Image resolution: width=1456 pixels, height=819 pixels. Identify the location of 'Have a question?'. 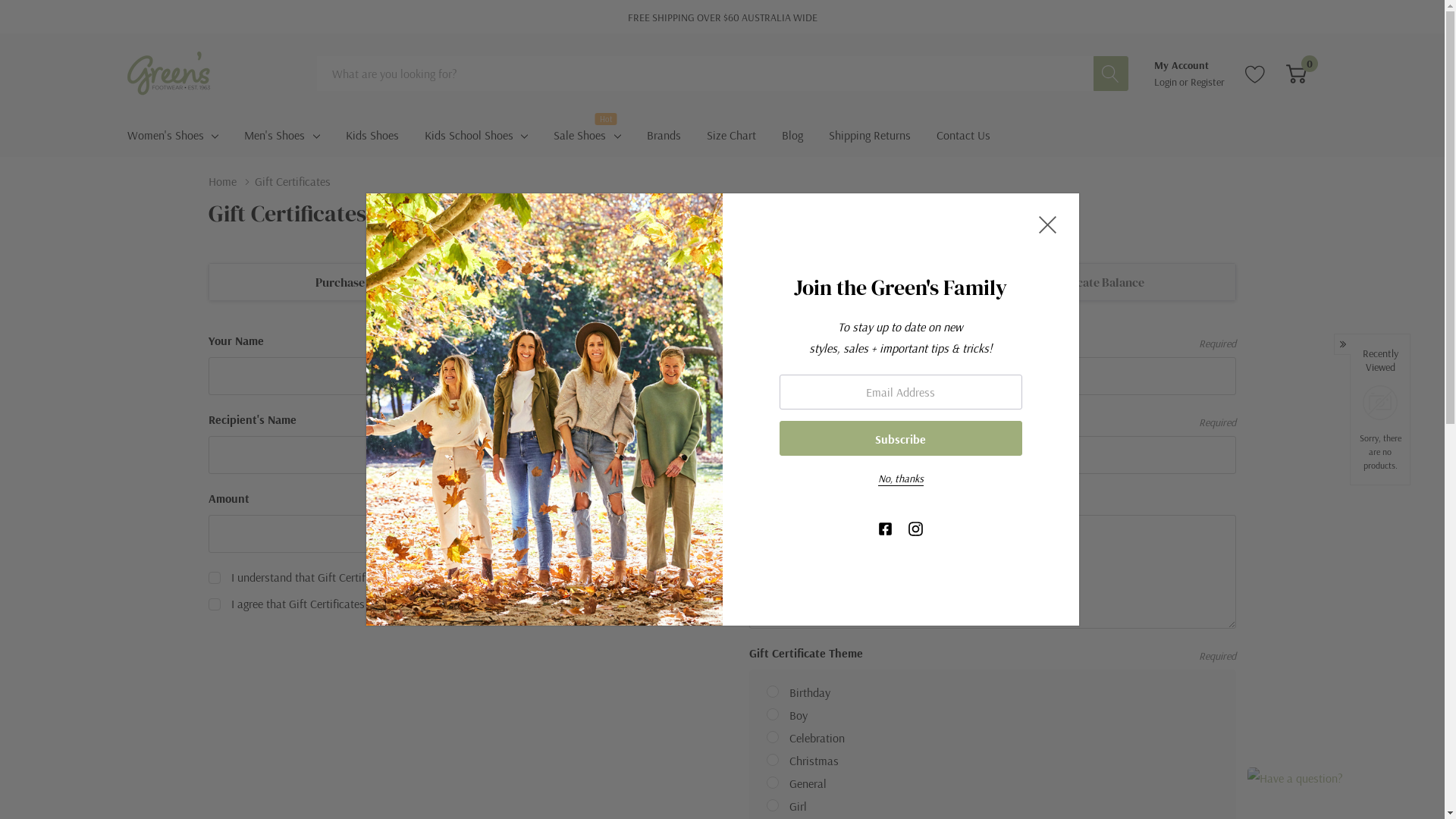
(1247, 778).